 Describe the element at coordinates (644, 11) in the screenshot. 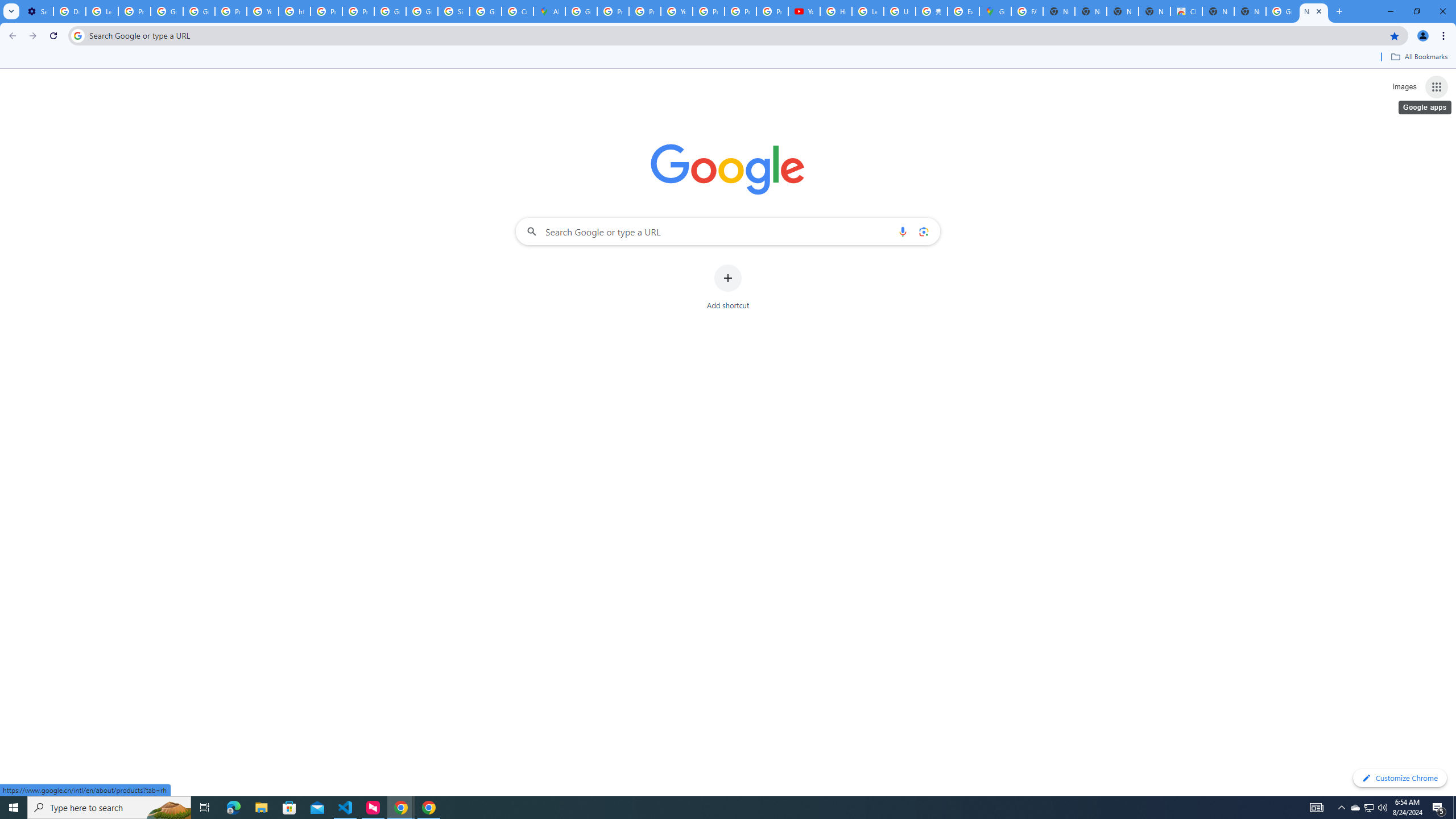

I see `'Privacy Help Center - Policies Help'` at that location.